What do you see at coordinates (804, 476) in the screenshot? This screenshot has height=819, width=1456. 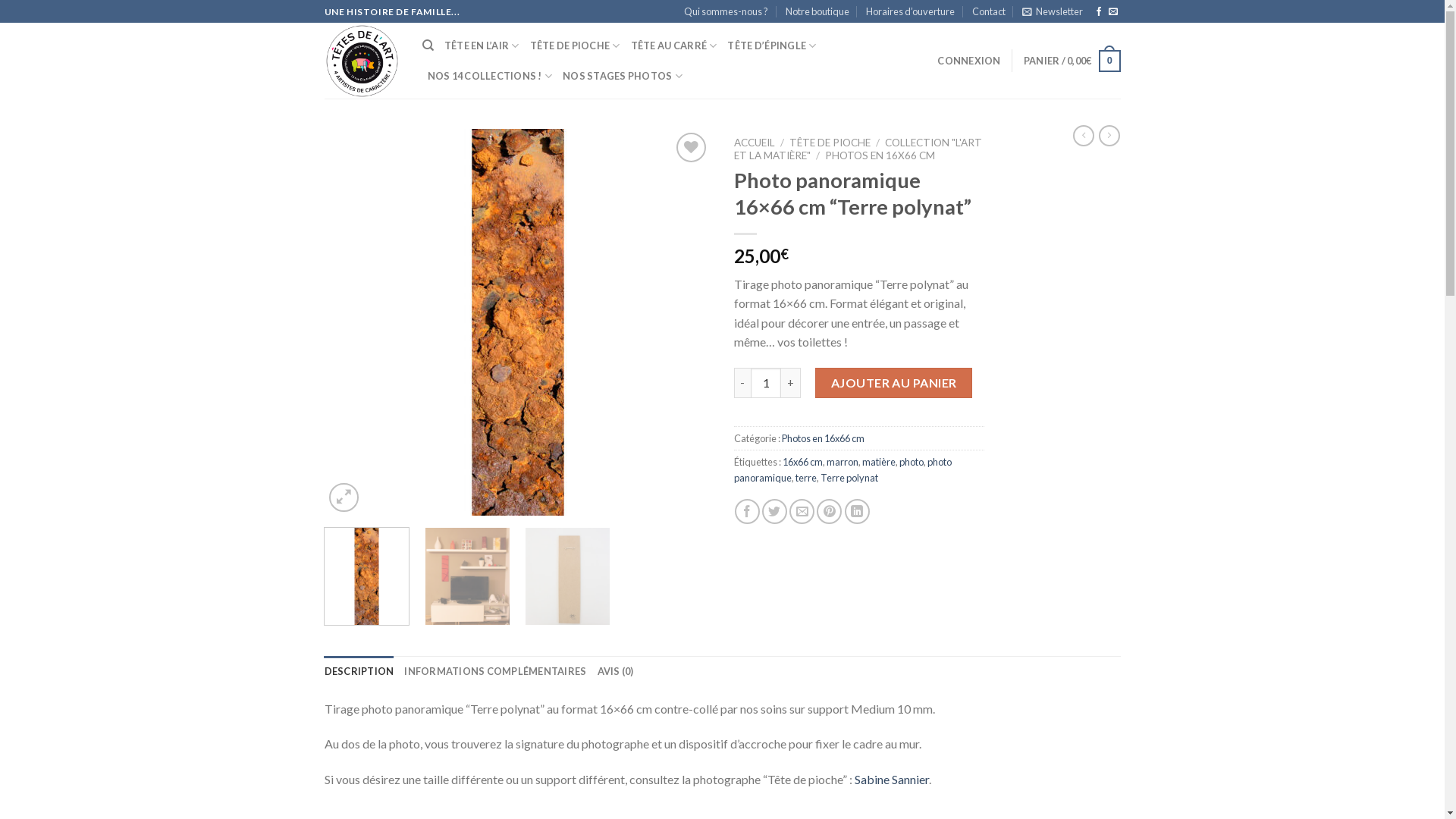 I see `'terre'` at bounding box center [804, 476].